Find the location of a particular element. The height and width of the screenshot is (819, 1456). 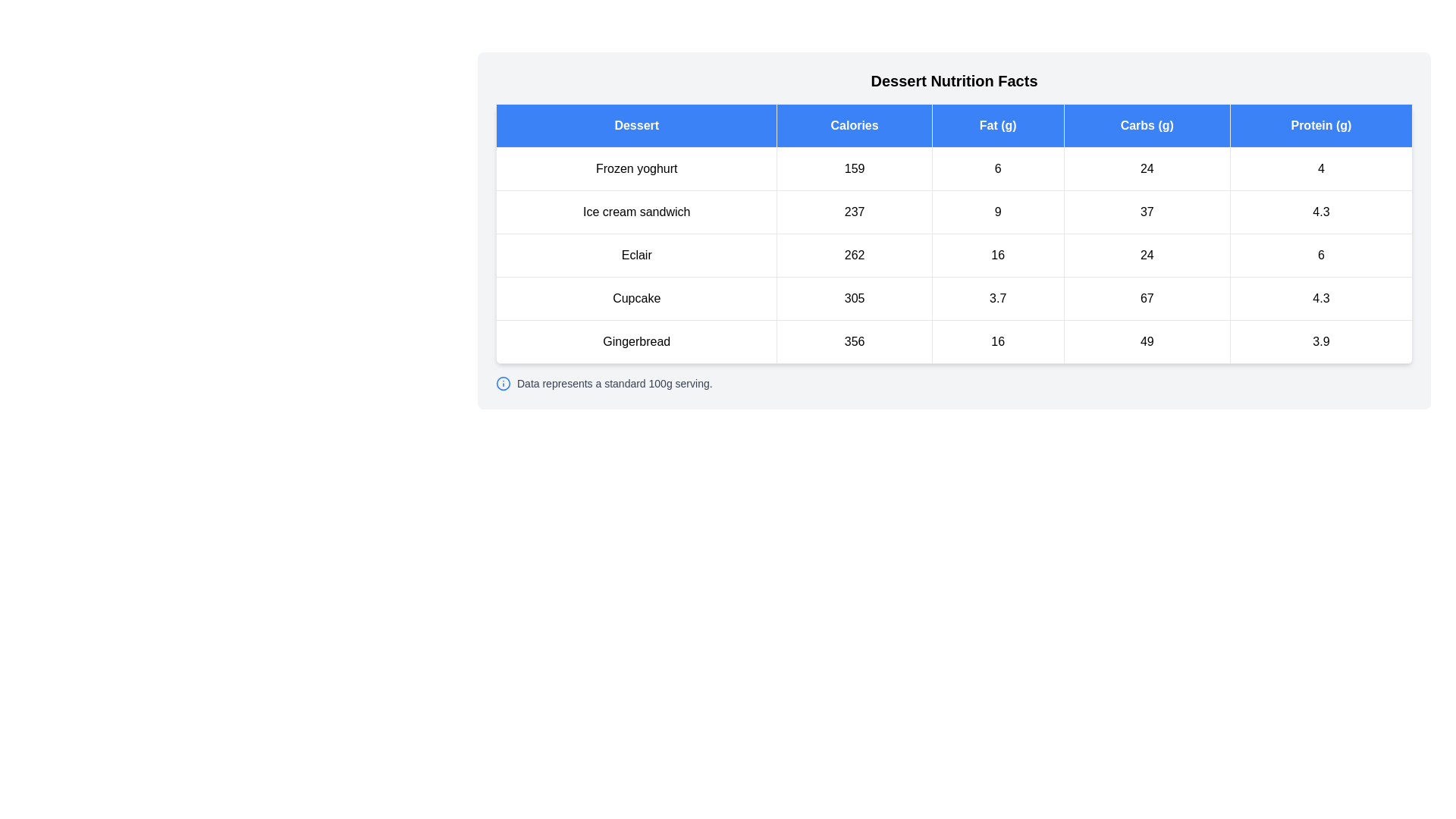

the text element corresponding to Frozen yoghurt is located at coordinates (636, 169).